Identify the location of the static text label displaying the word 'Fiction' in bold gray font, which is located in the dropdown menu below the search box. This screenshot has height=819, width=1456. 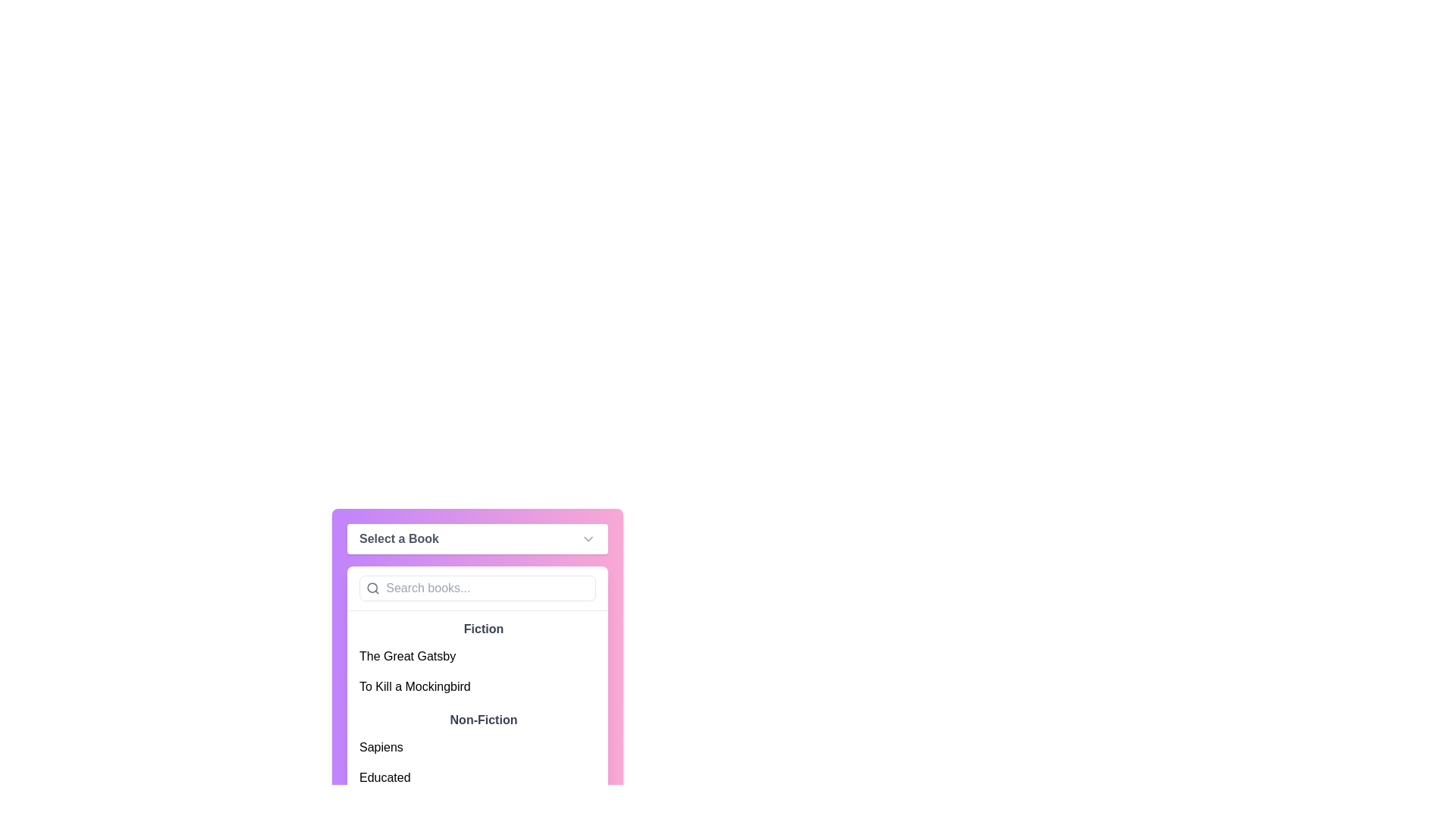
(476, 629).